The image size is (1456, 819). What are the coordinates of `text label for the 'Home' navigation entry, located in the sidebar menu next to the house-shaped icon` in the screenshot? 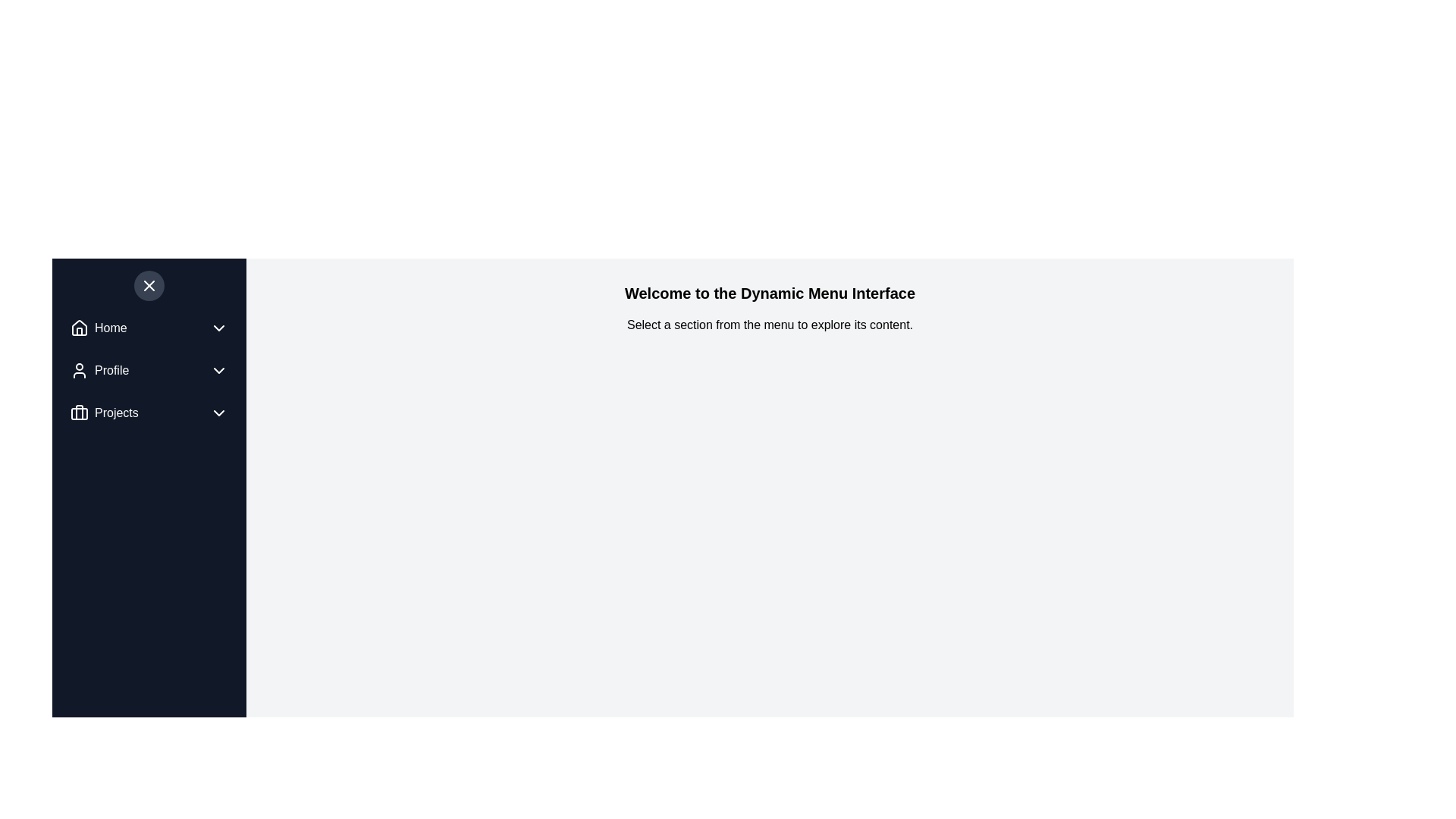 It's located at (98, 327).